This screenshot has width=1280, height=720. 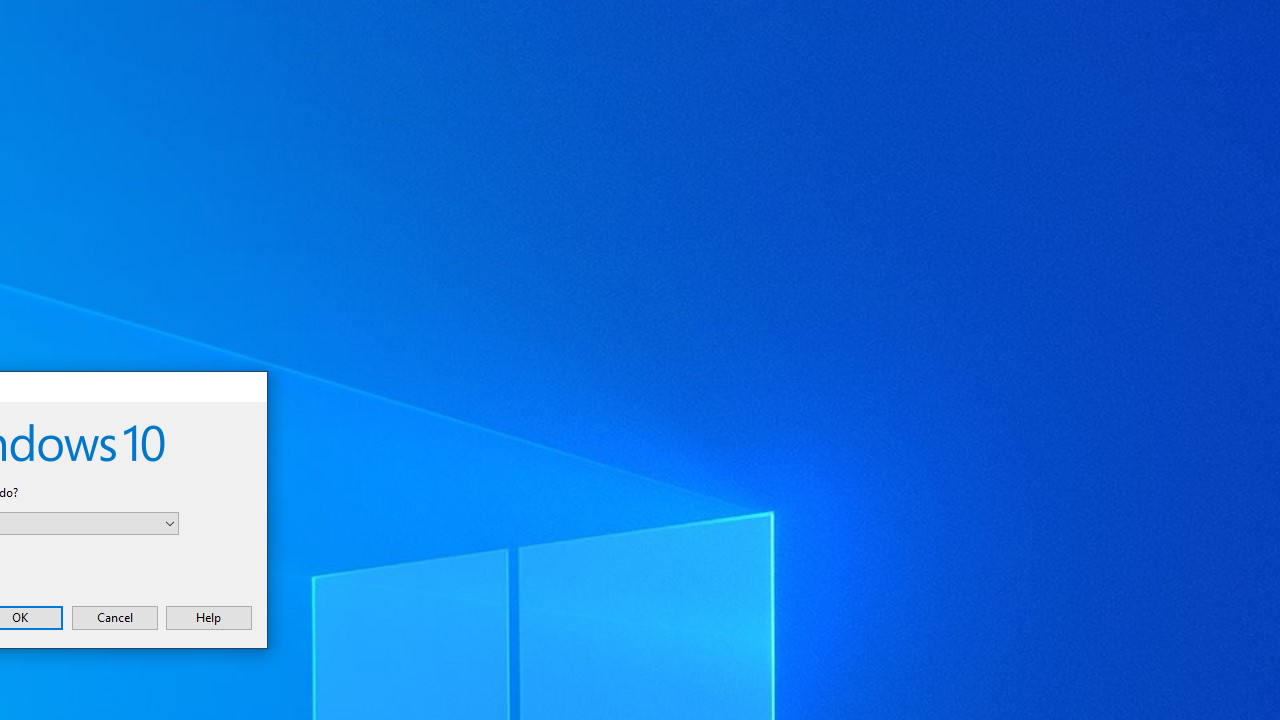 I want to click on 'Cancel', so click(x=113, y=616).